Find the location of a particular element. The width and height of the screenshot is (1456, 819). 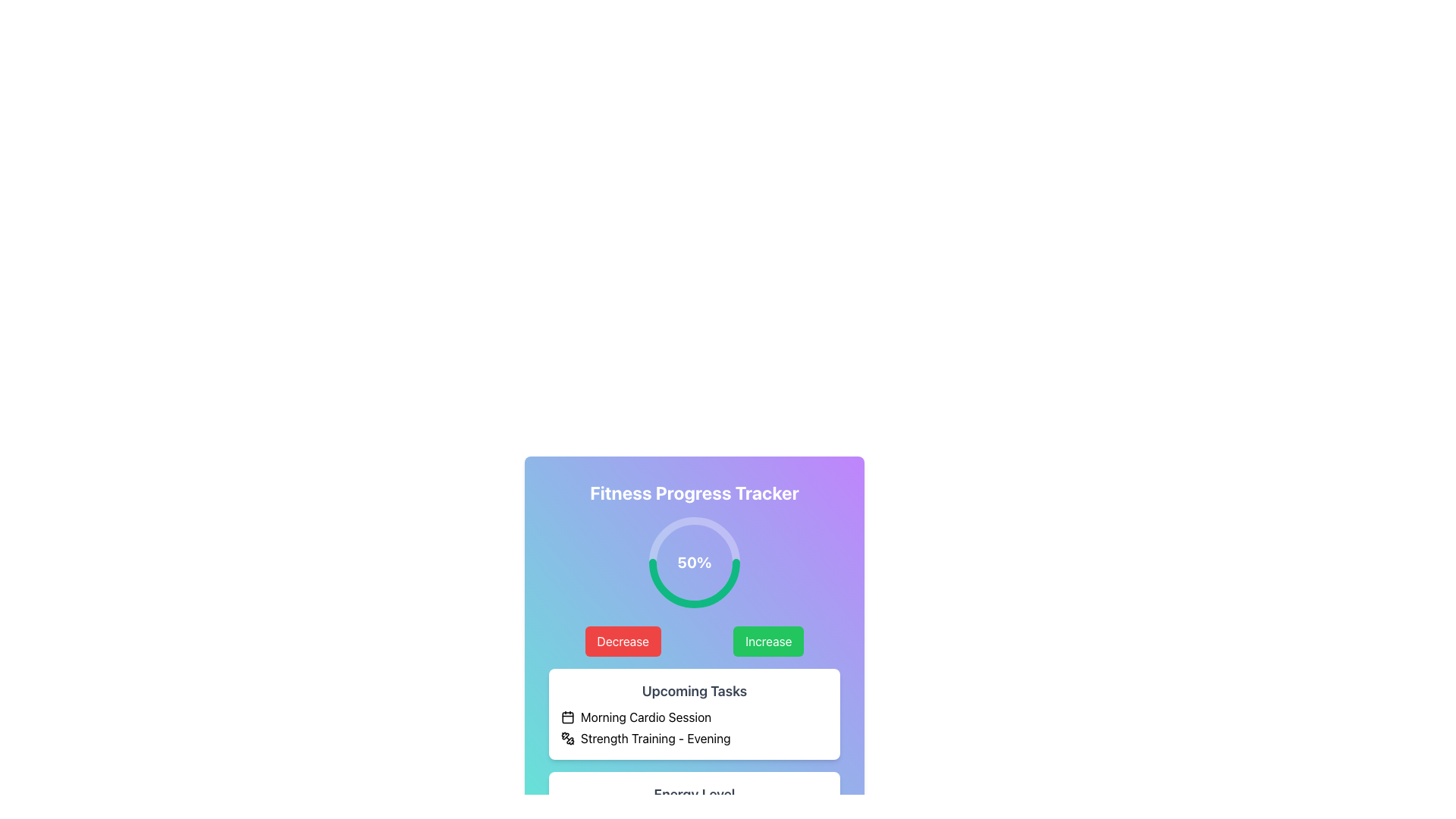

the static text element labeled 'Strength Training - Evening' with a dumbbell icon, which is the second item in the 'Upcoming Tasks' list is located at coordinates (694, 738).